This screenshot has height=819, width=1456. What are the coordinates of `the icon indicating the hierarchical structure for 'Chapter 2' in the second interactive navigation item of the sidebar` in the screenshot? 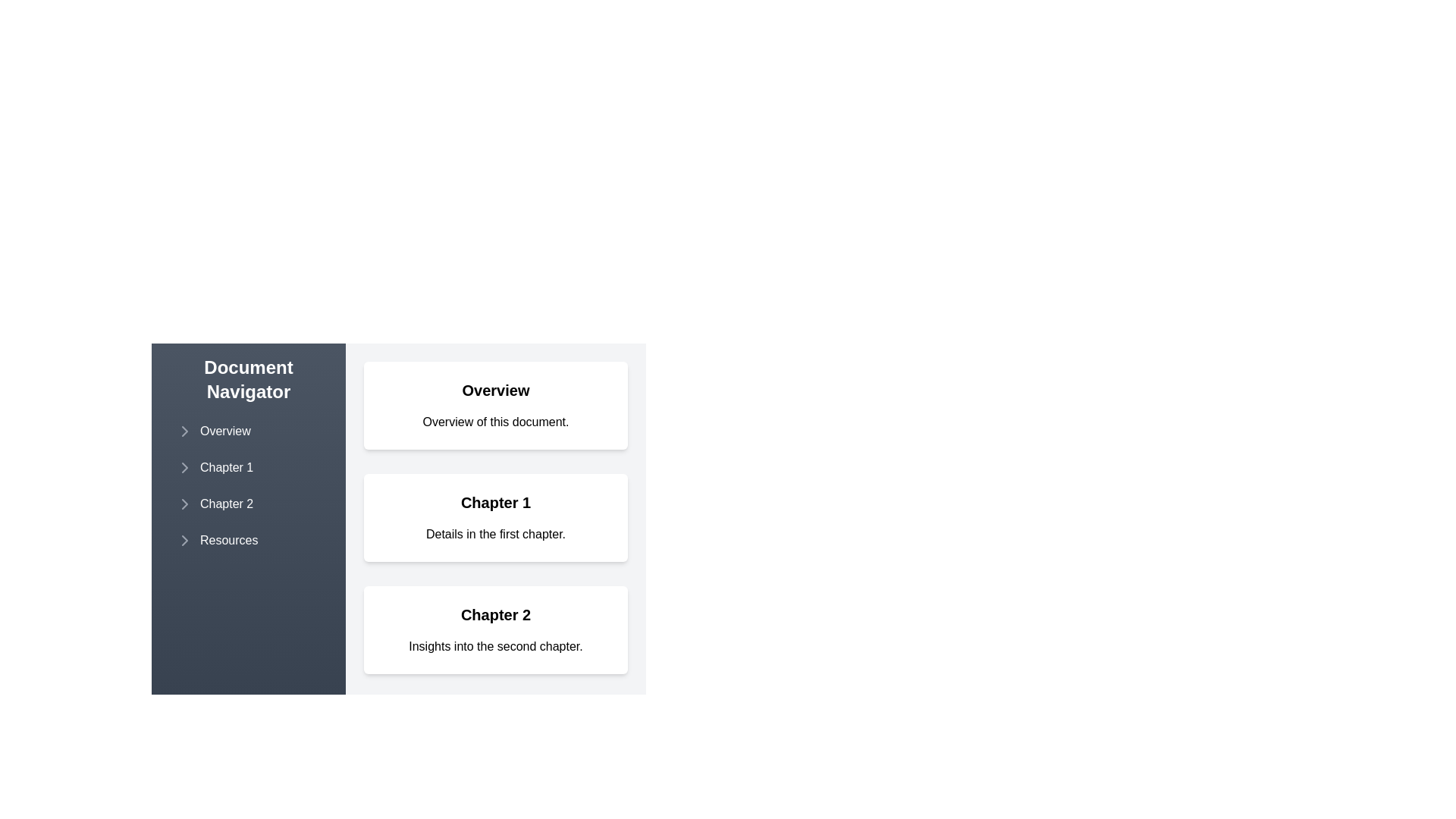 It's located at (184, 504).